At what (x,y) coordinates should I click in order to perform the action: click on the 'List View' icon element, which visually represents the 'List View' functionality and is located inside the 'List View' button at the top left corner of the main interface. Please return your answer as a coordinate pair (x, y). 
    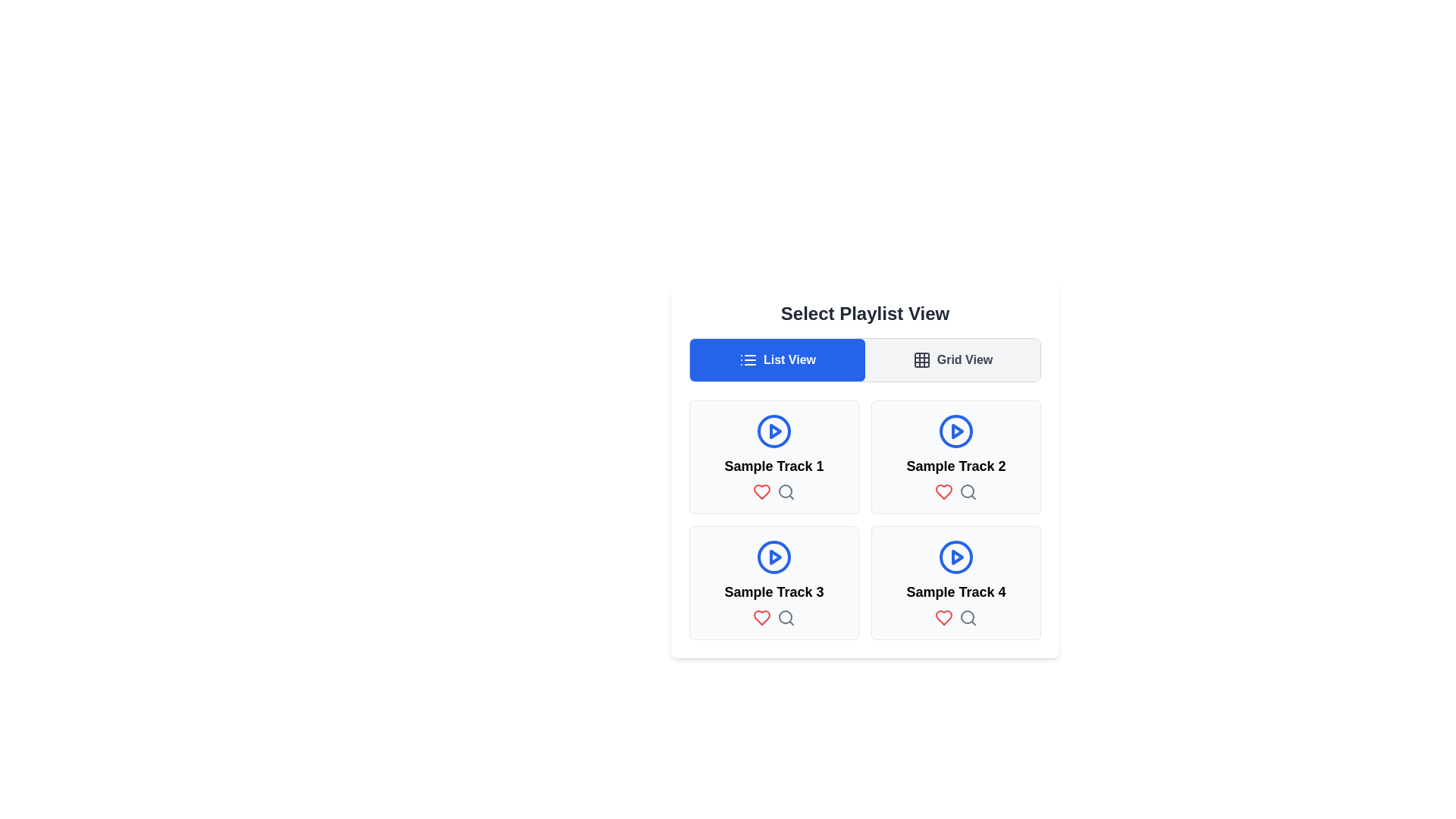
    Looking at the image, I should click on (748, 359).